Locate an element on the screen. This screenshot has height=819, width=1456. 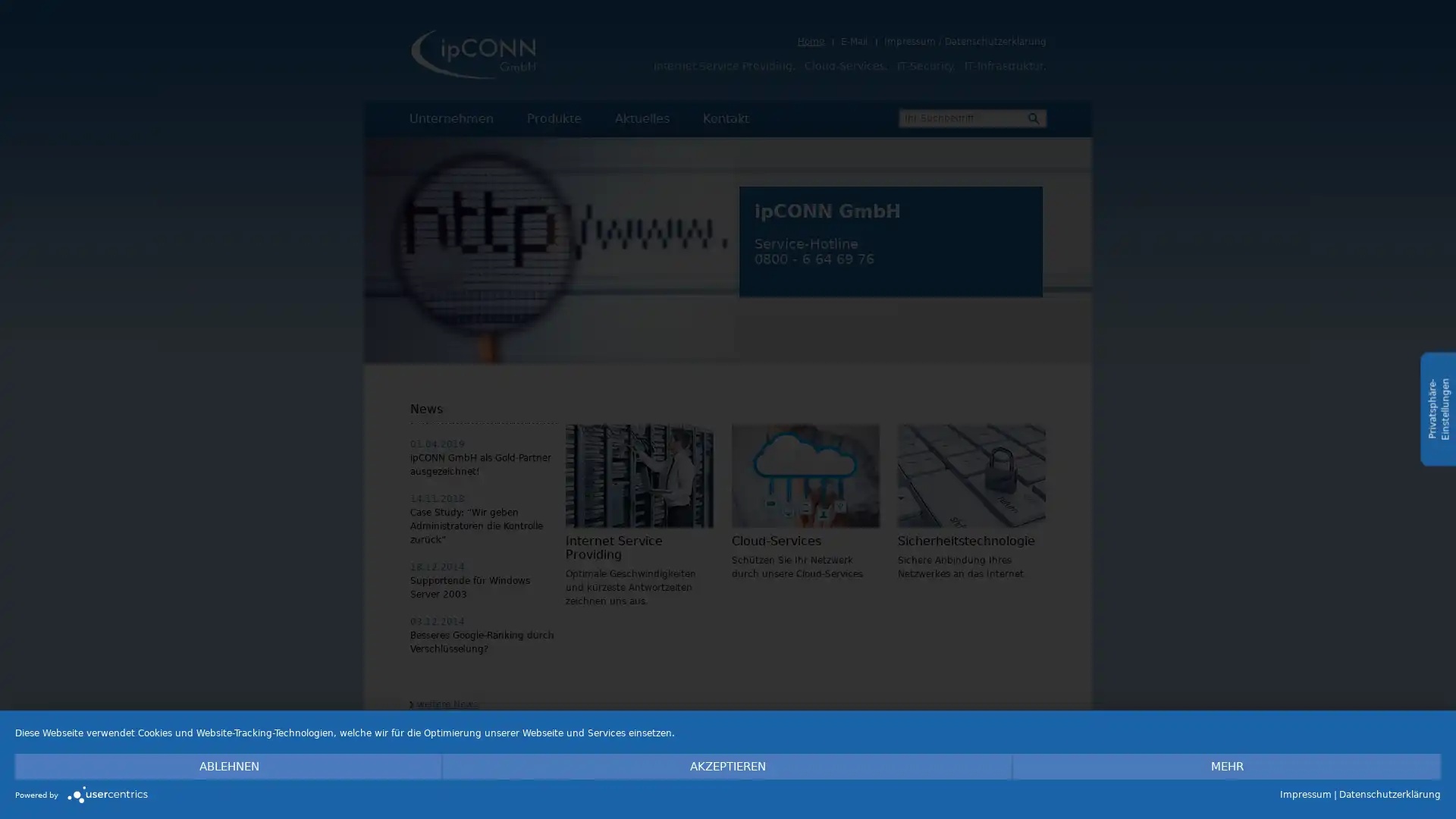
MEHR is located at coordinates (1226, 766).